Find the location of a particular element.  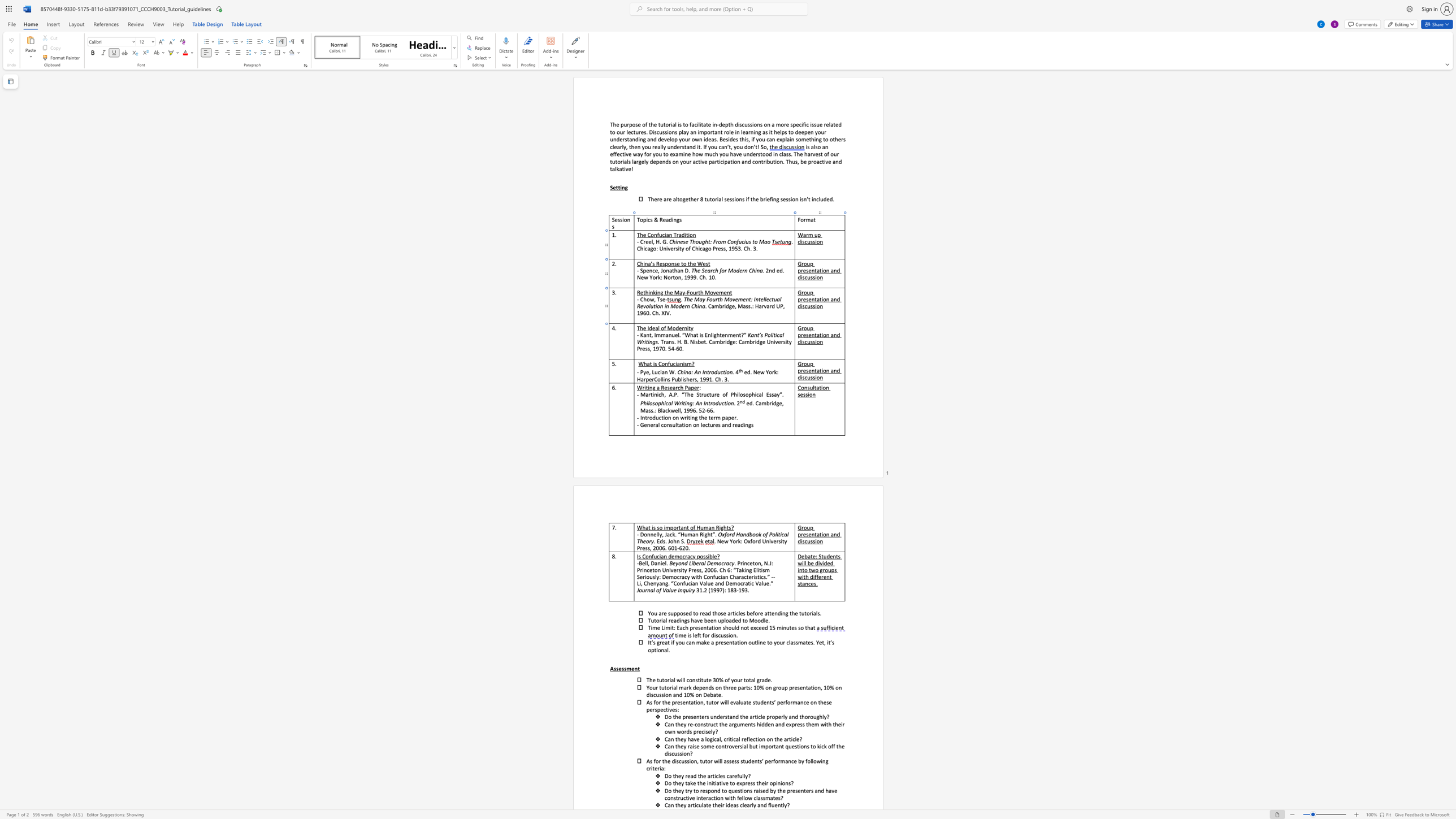

the 1th character "C" in the text is located at coordinates (710, 341).